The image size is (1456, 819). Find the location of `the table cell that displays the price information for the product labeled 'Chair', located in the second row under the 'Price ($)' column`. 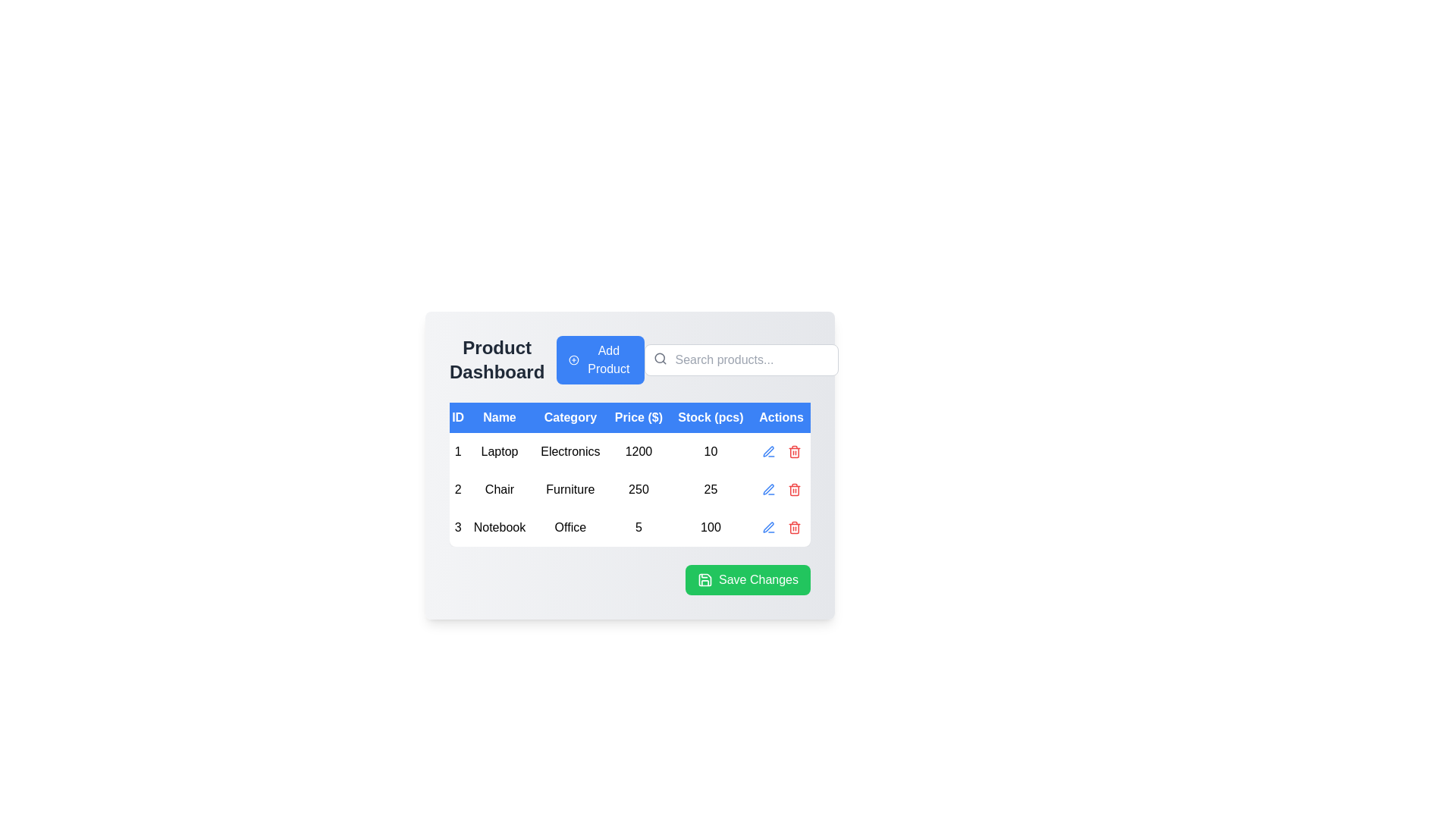

the table cell that displays the price information for the product labeled 'Chair', located in the second row under the 'Price ($)' column is located at coordinates (629, 497).